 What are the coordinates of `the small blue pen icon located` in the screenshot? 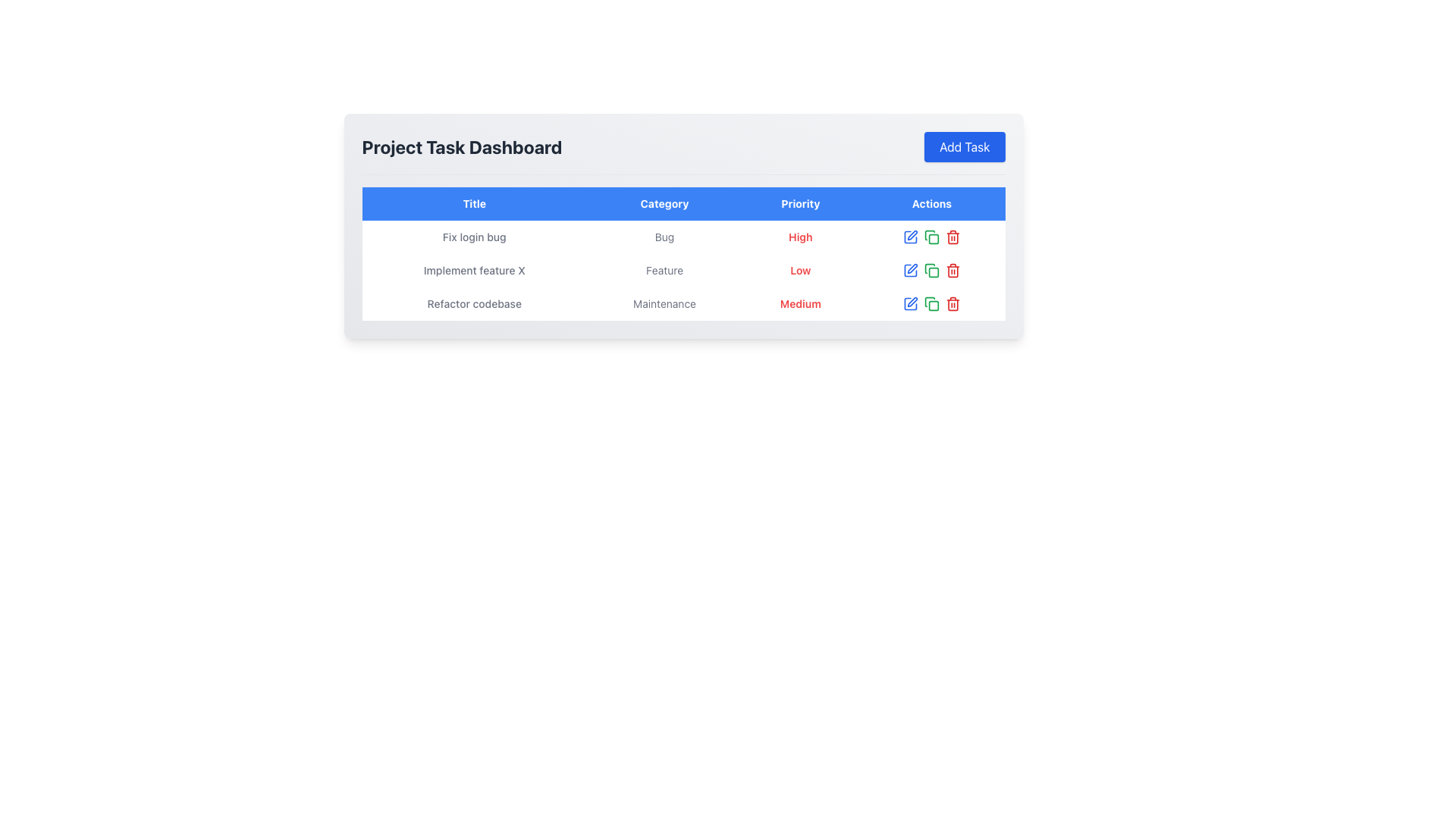 It's located at (912, 268).